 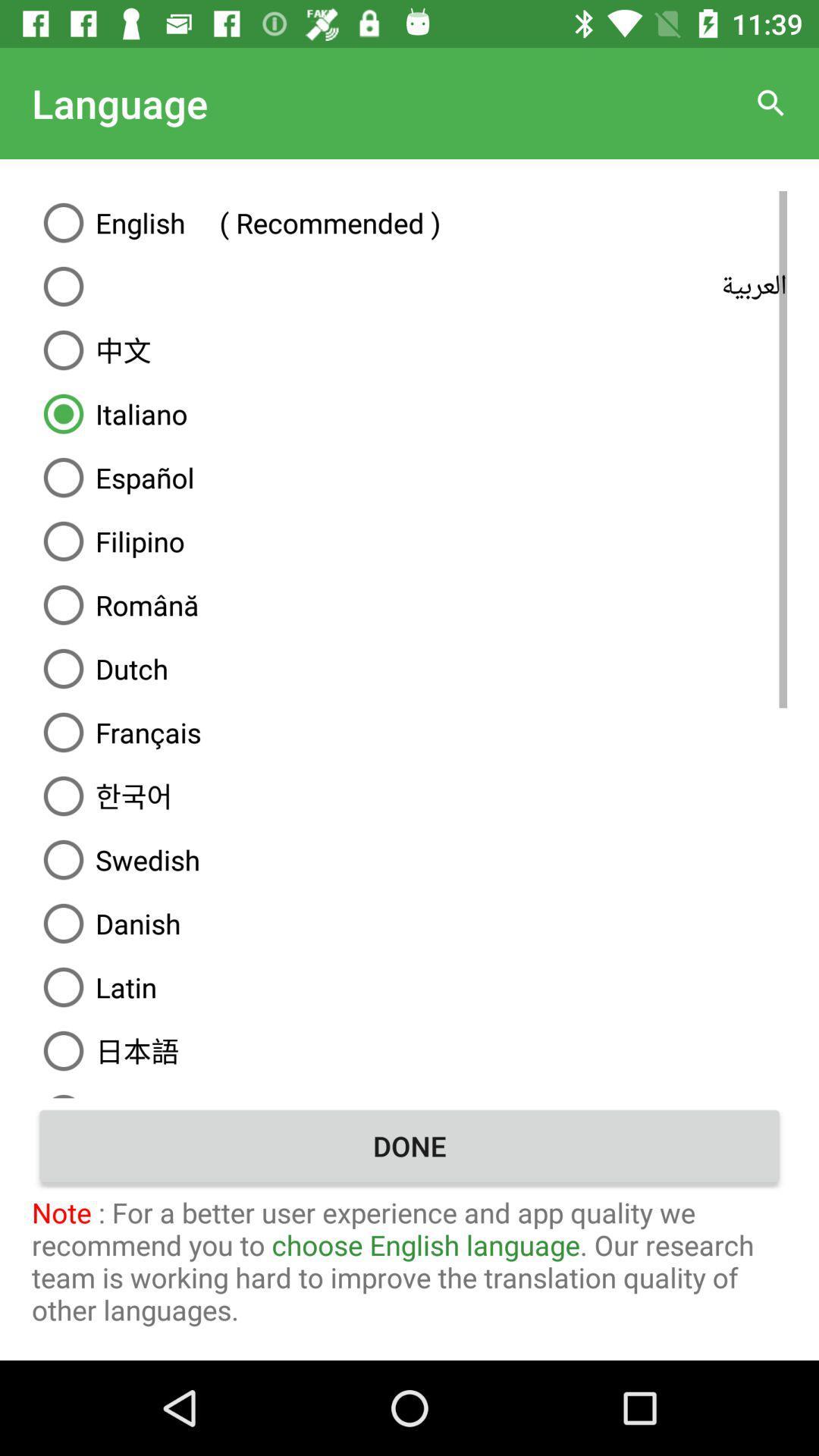 What do you see at coordinates (409, 923) in the screenshot?
I see `icon below the swedish` at bounding box center [409, 923].